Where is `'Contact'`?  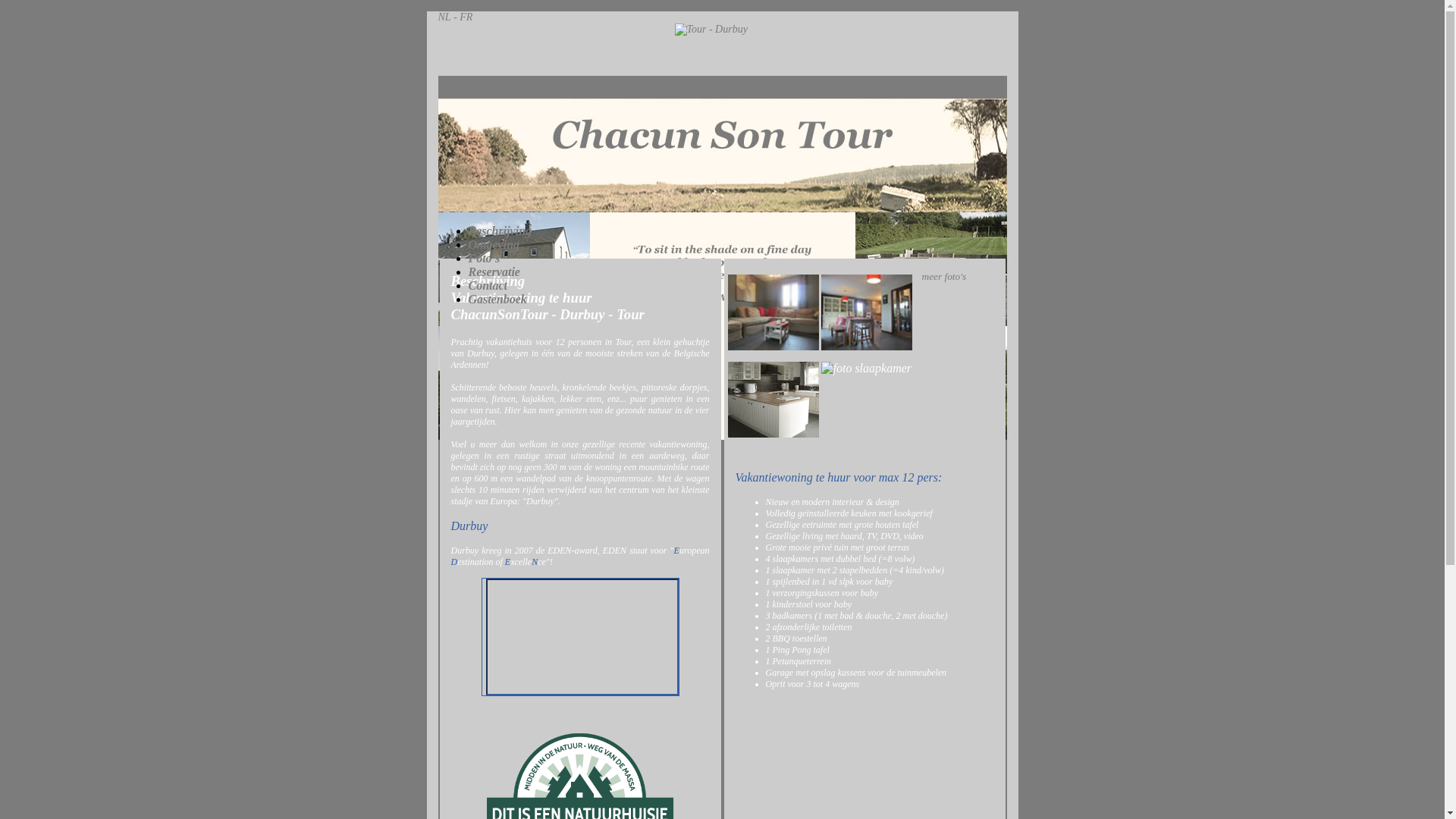 'Contact' is located at coordinates (488, 285).